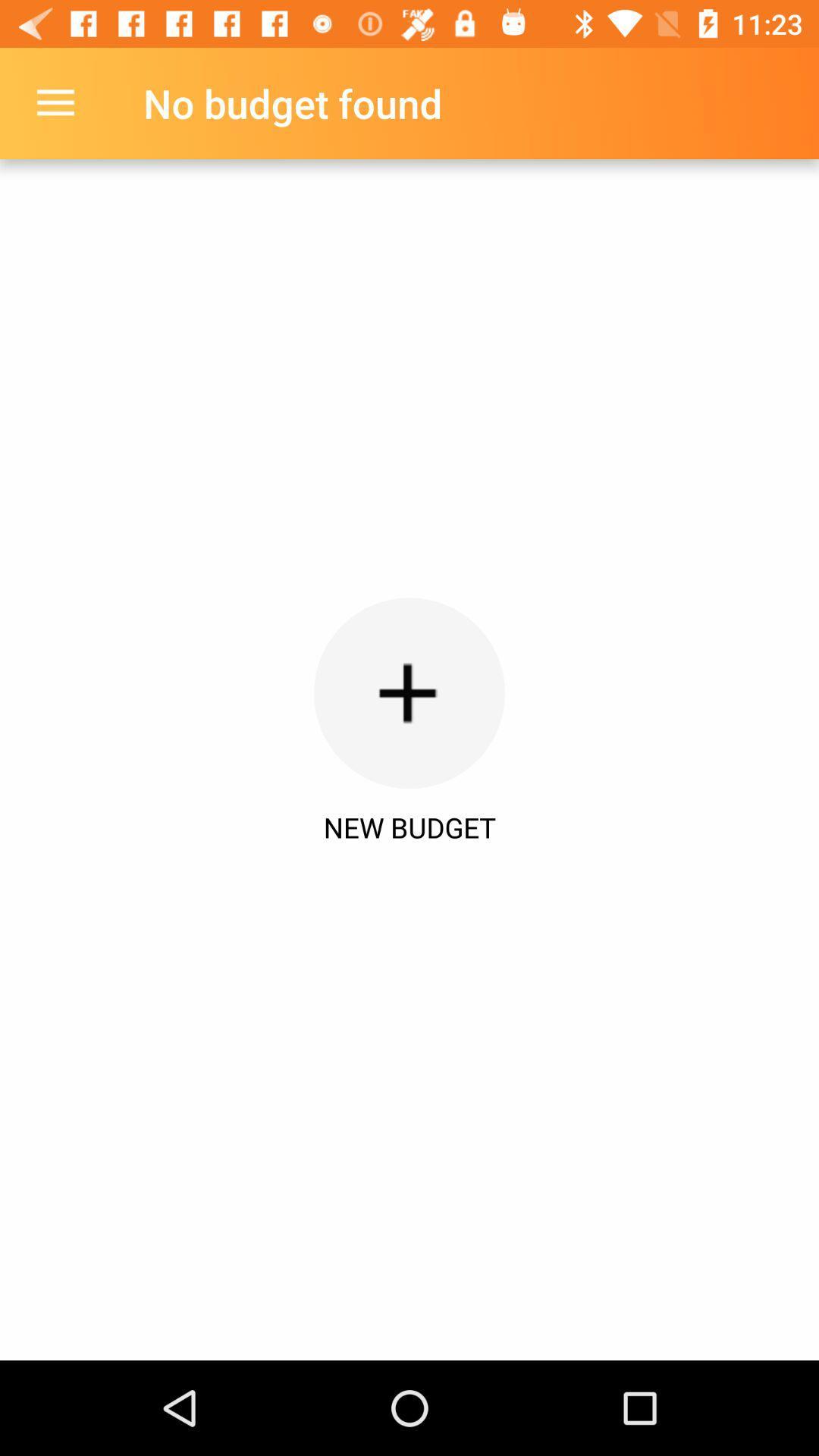 Image resolution: width=819 pixels, height=1456 pixels. Describe the element at coordinates (409, 827) in the screenshot. I see `the new budget` at that location.